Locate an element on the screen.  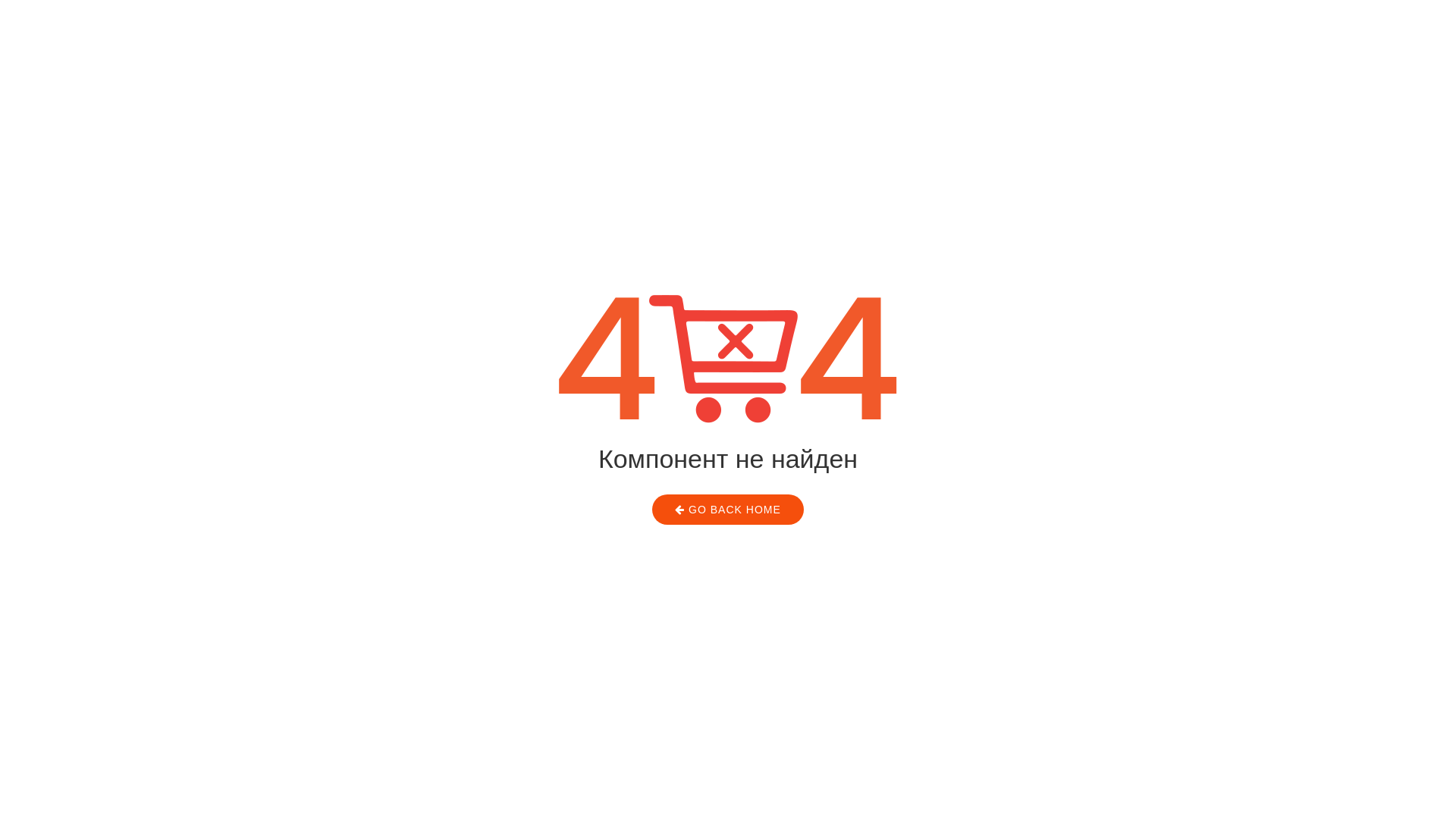
'GO BACK HOME' is located at coordinates (651, 509).